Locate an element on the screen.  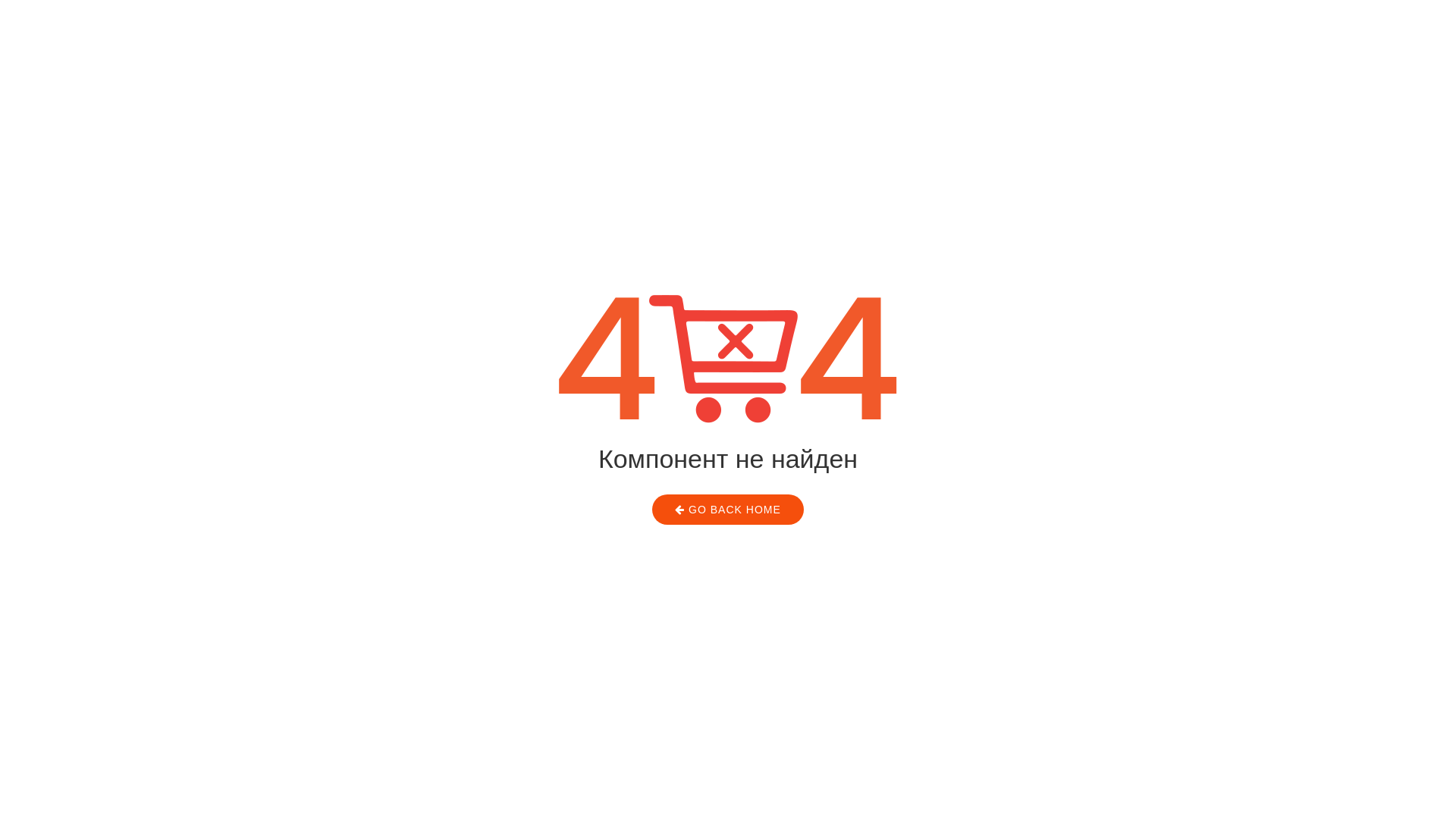
'GO BACK HOME' is located at coordinates (651, 509).